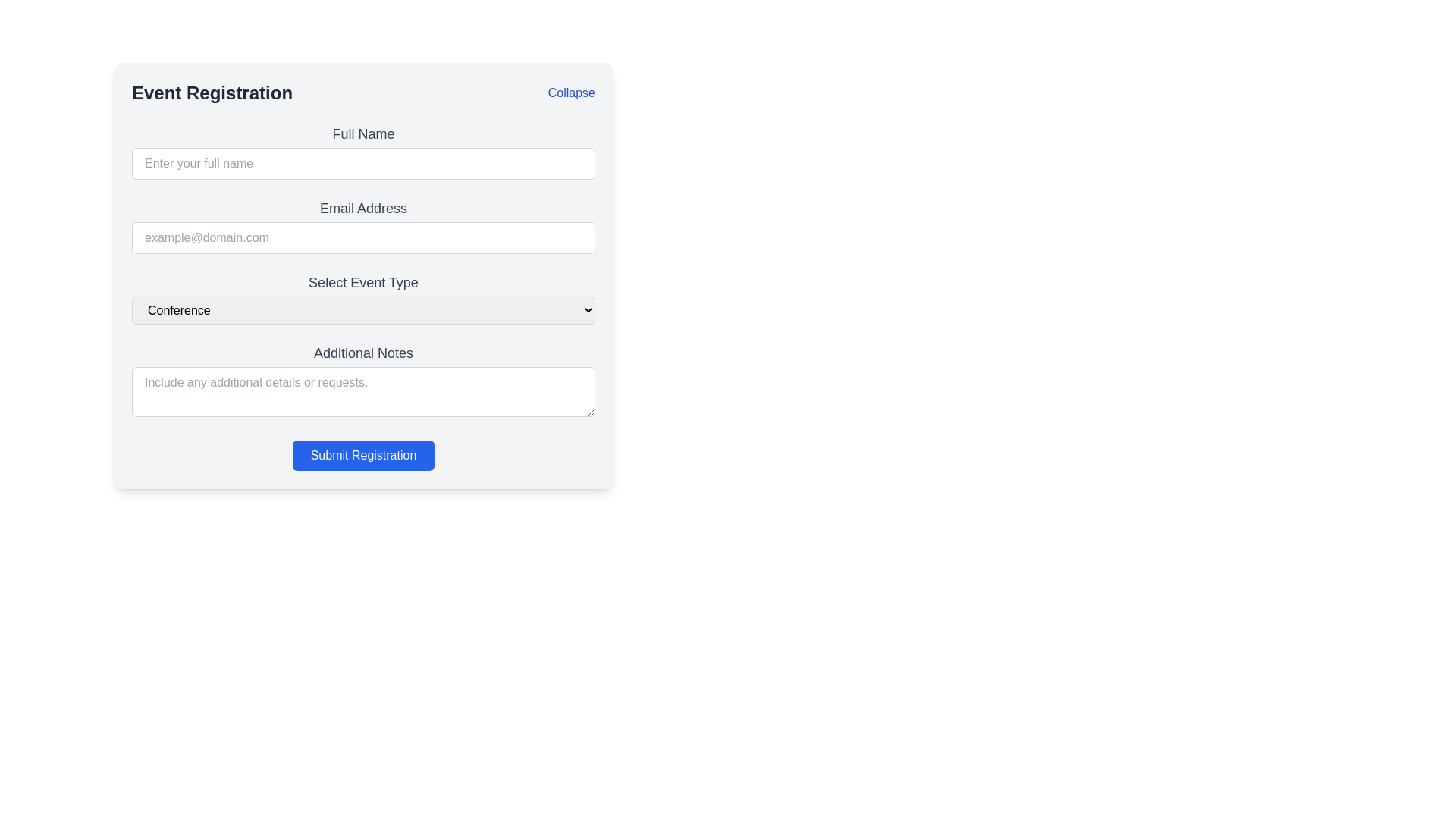 The height and width of the screenshot is (819, 1456). What do you see at coordinates (362, 133) in the screenshot?
I see `the 'Full Name' text label, which is a larger gray text prompt at the top of the form, indicating the input field below` at bounding box center [362, 133].